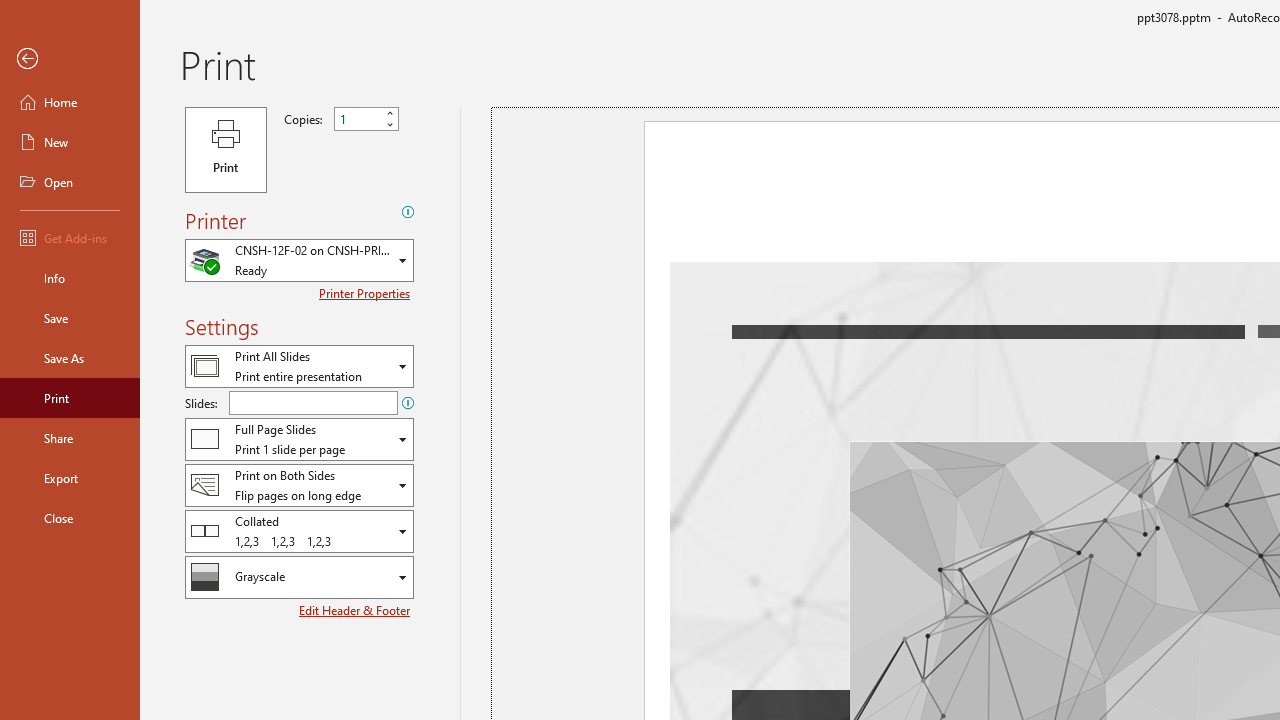 Image resolution: width=1280 pixels, height=720 pixels. I want to click on 'Edit Header & Footer', so click(356, 609).